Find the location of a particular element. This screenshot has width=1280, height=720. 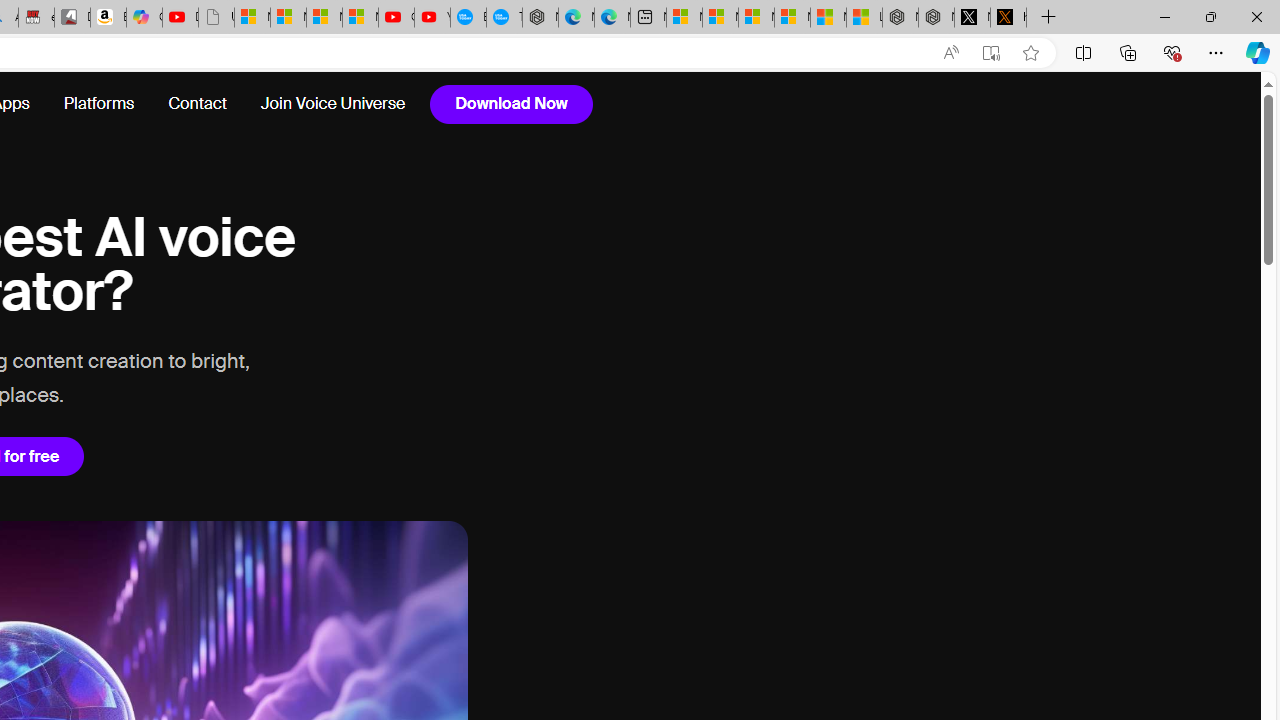

'Platforms' is located at coordinates (98, 104).